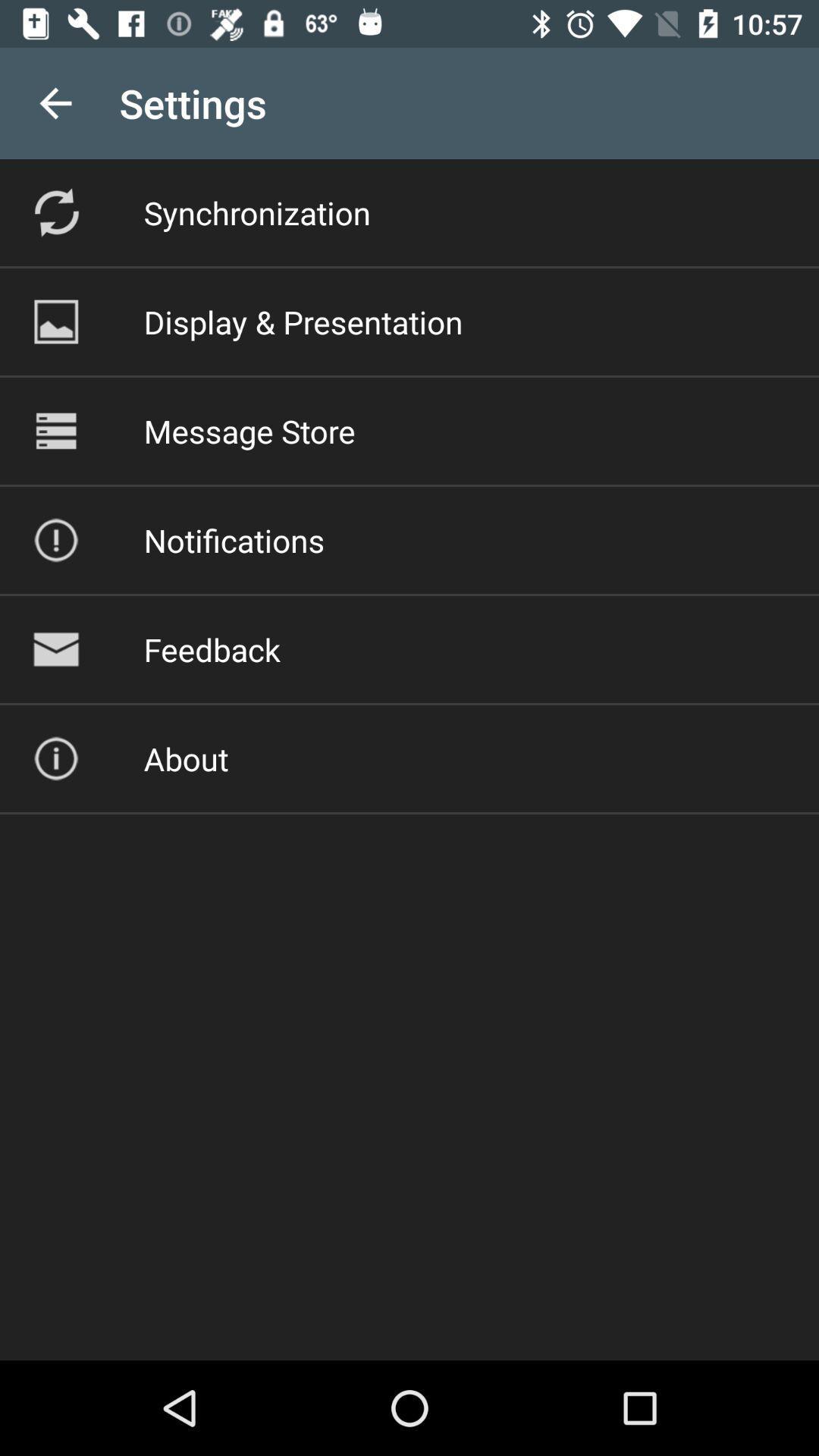 This screenshot has height=1456, width=819. Describe the element at coordinates (212, 649) in the screenshot. I see `the feedback` at that location.